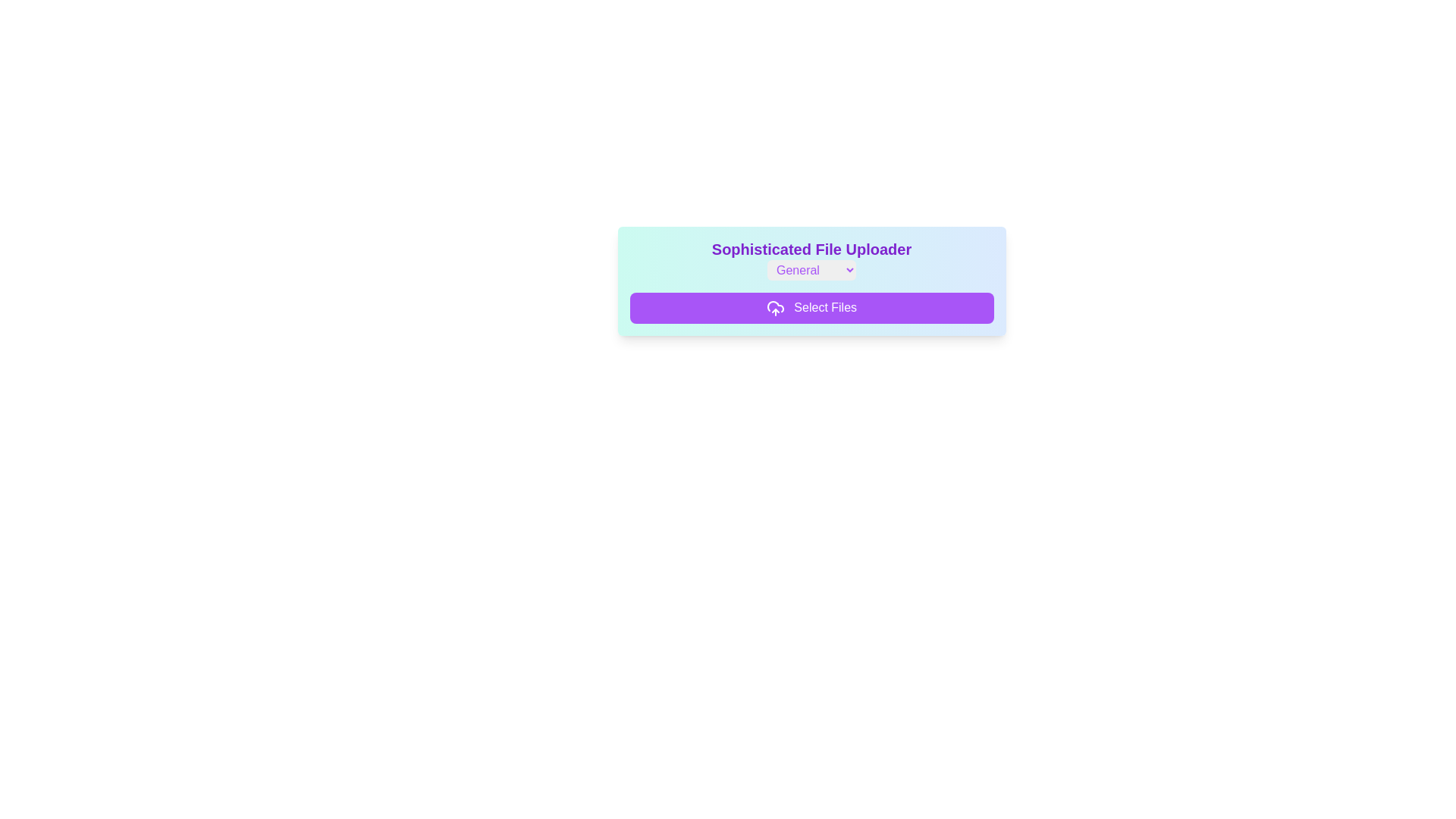  Describe the element at coordinates (811, 259) in the screenshot. I see `the title and quick navigation segment for categorizing files to be uploaded, which is located at the top section of a card-like UI component` at that location.